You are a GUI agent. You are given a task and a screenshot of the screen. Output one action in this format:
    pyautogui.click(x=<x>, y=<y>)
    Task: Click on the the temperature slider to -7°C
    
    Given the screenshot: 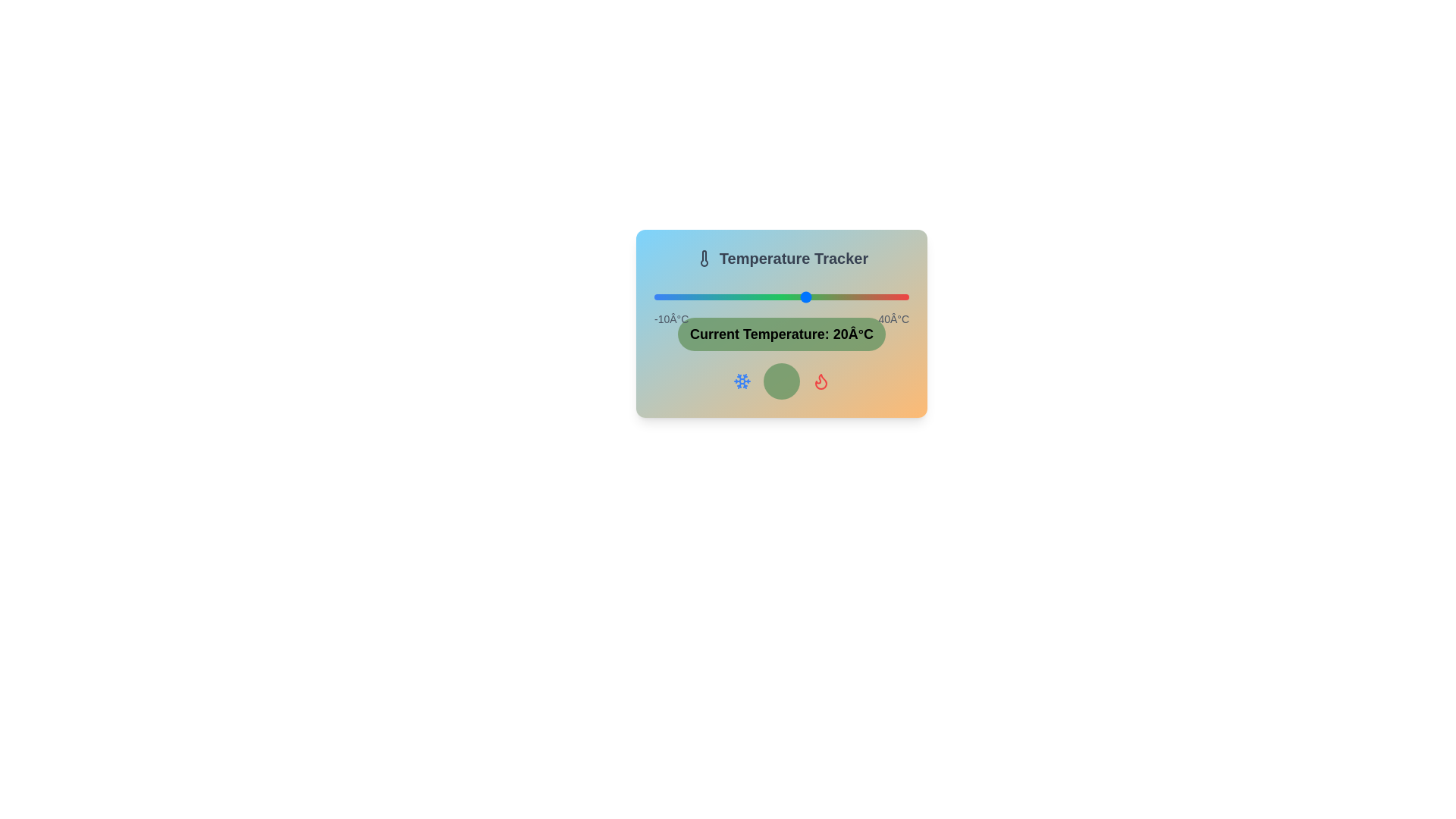 What is the action you would take?
    pyautogui.click(x=669, y=297)
    